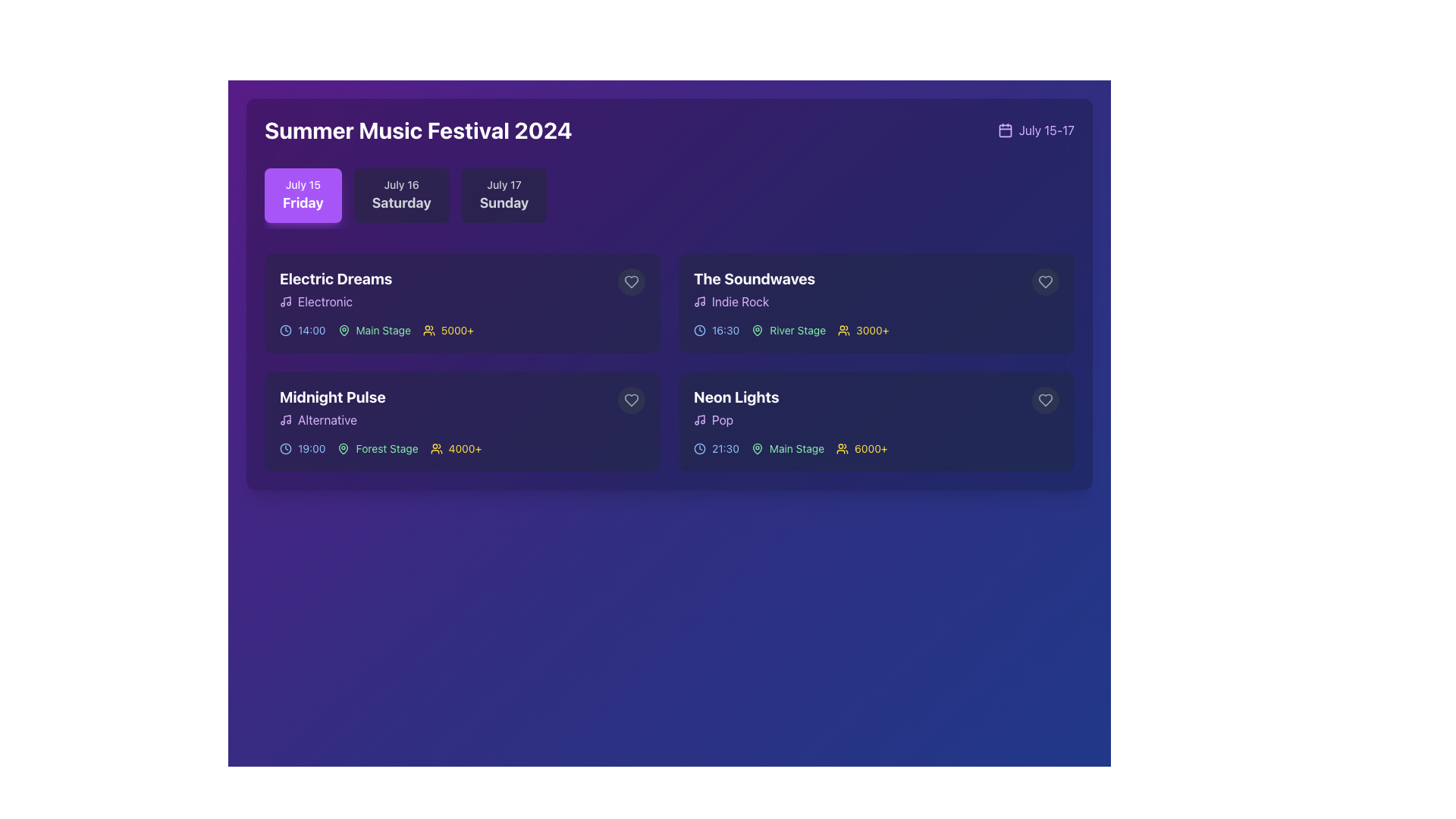  What do you see at coordinates (286, 301) in the screenshot?
I see `the musical note icon in the 'Electronic' label, which is positioned to the left of the label text and aligned vertically within the group` at bounding box center [286, 301].